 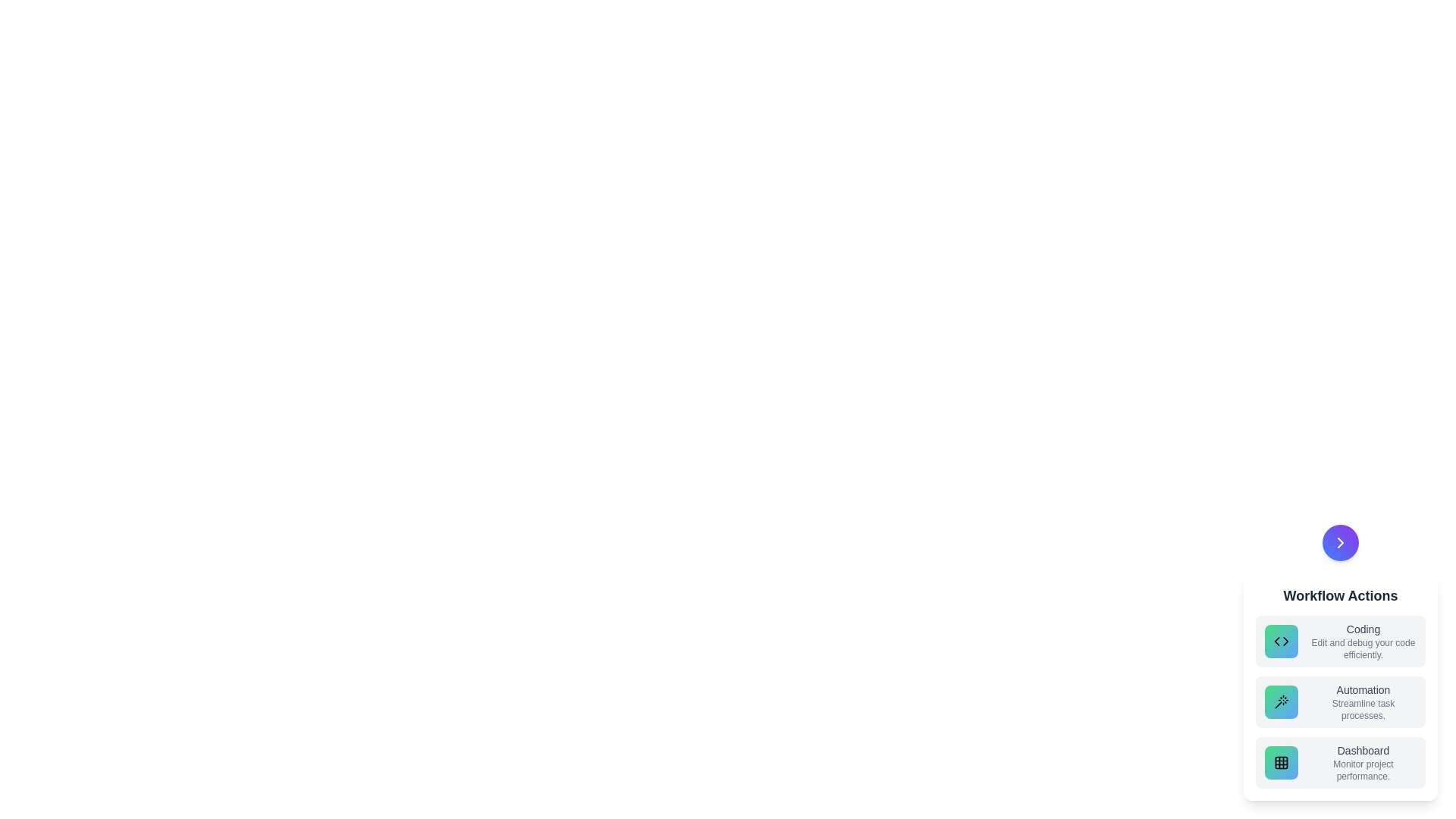 What do you see at coordinates (1340, 542) in the screenshot?
I see `the button to toggle the visibility of the WorkflowQuickAccess menu` at bounding box center [1340, 542].